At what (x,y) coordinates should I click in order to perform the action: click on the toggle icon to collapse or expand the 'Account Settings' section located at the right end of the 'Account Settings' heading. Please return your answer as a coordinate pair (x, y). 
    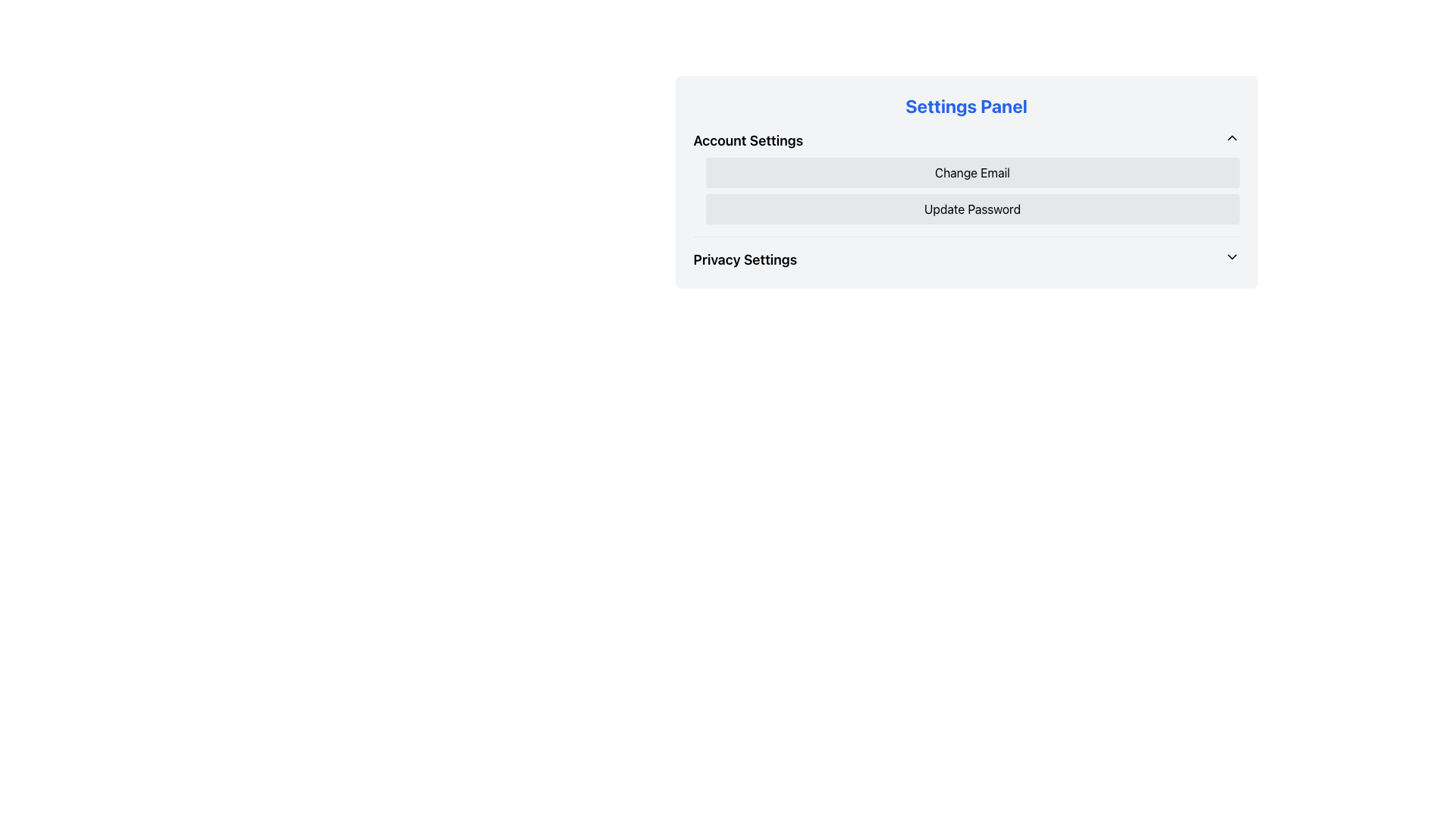
    Looking at the image, I should click on (1232, 137).